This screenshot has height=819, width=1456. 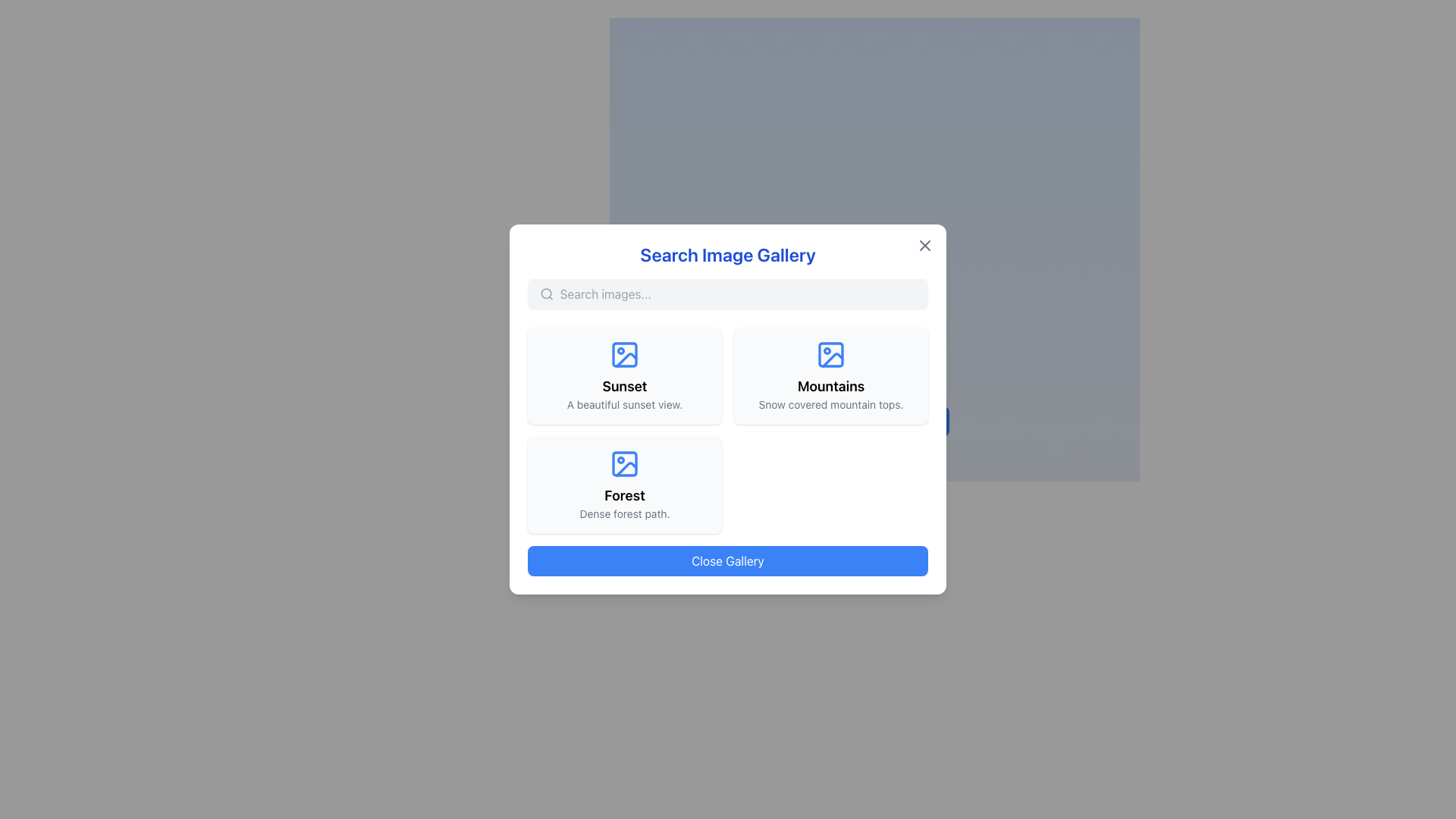 I want to click on the static text label that reads 'Snow covered mountain tops.' which is styled in a small, gray font and positioned beneath the title 'Mountains' within its card, so click(x=830, y=403).